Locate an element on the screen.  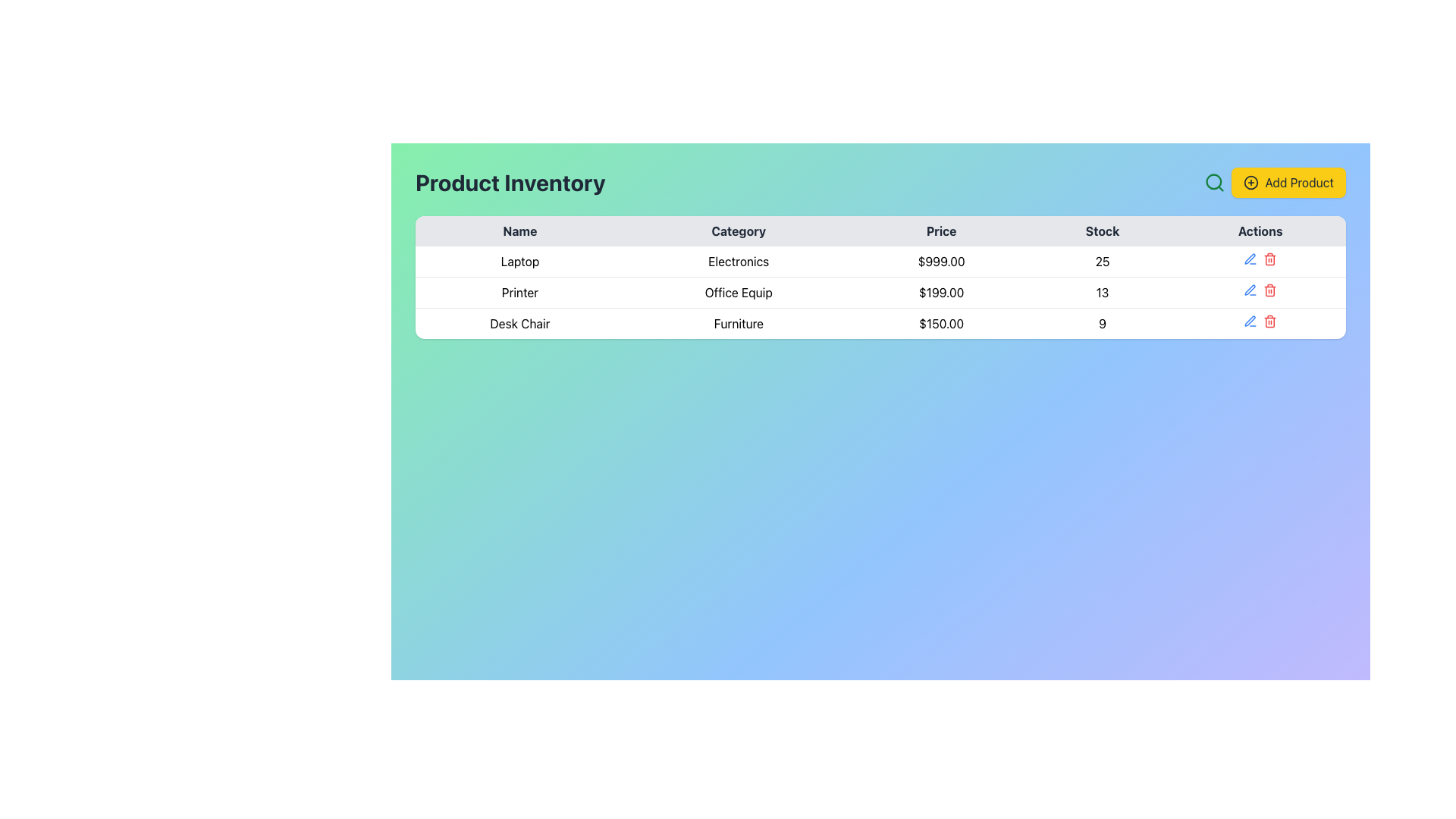
the icon on the left side of the 'Add Product' button is located at coordinates (1251, 181).